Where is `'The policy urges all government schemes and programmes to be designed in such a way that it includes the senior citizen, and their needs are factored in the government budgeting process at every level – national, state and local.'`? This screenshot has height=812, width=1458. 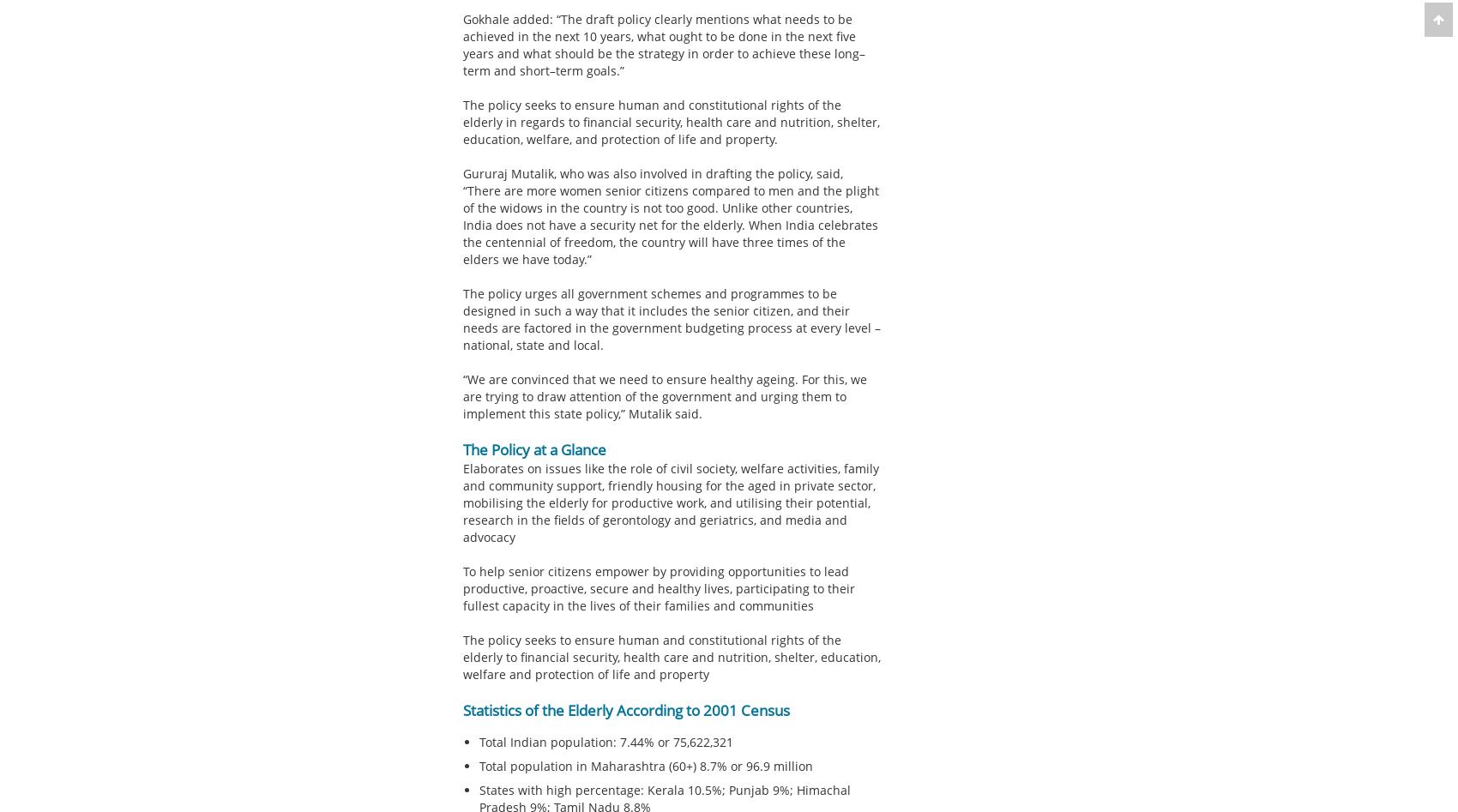 'The policy urges all government schemes and programmes to be designed in such a way that it includes the senior citizen, and their needs are factored in the government budgeting process at every level – national, state and local.' is located at coordinates (670, 318).